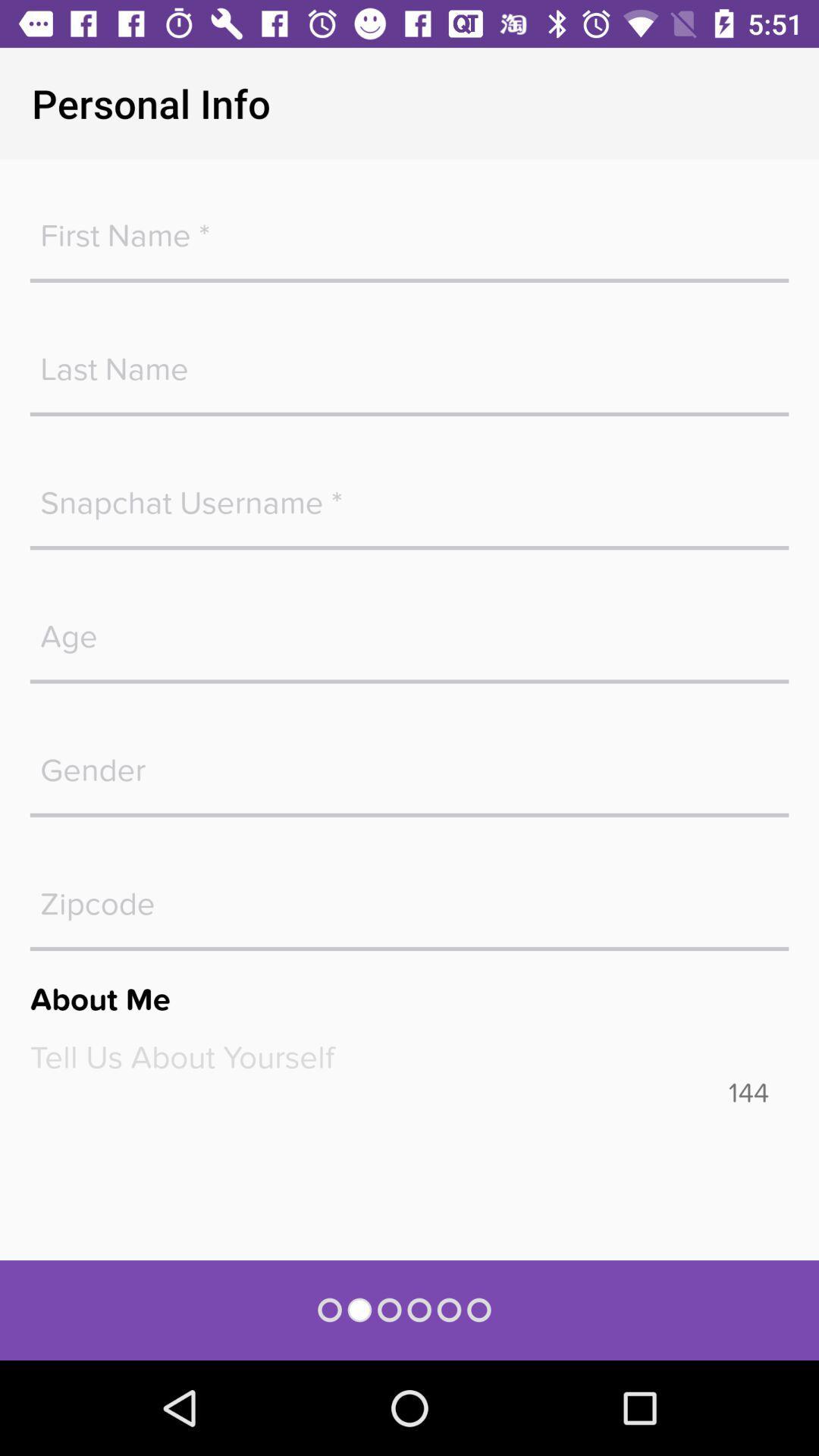 Image resolution: width=819 pixels, height=1456 pixels. Describe the element at coordinates (409, 227) in the screenshot. I see `your first name` at that location.